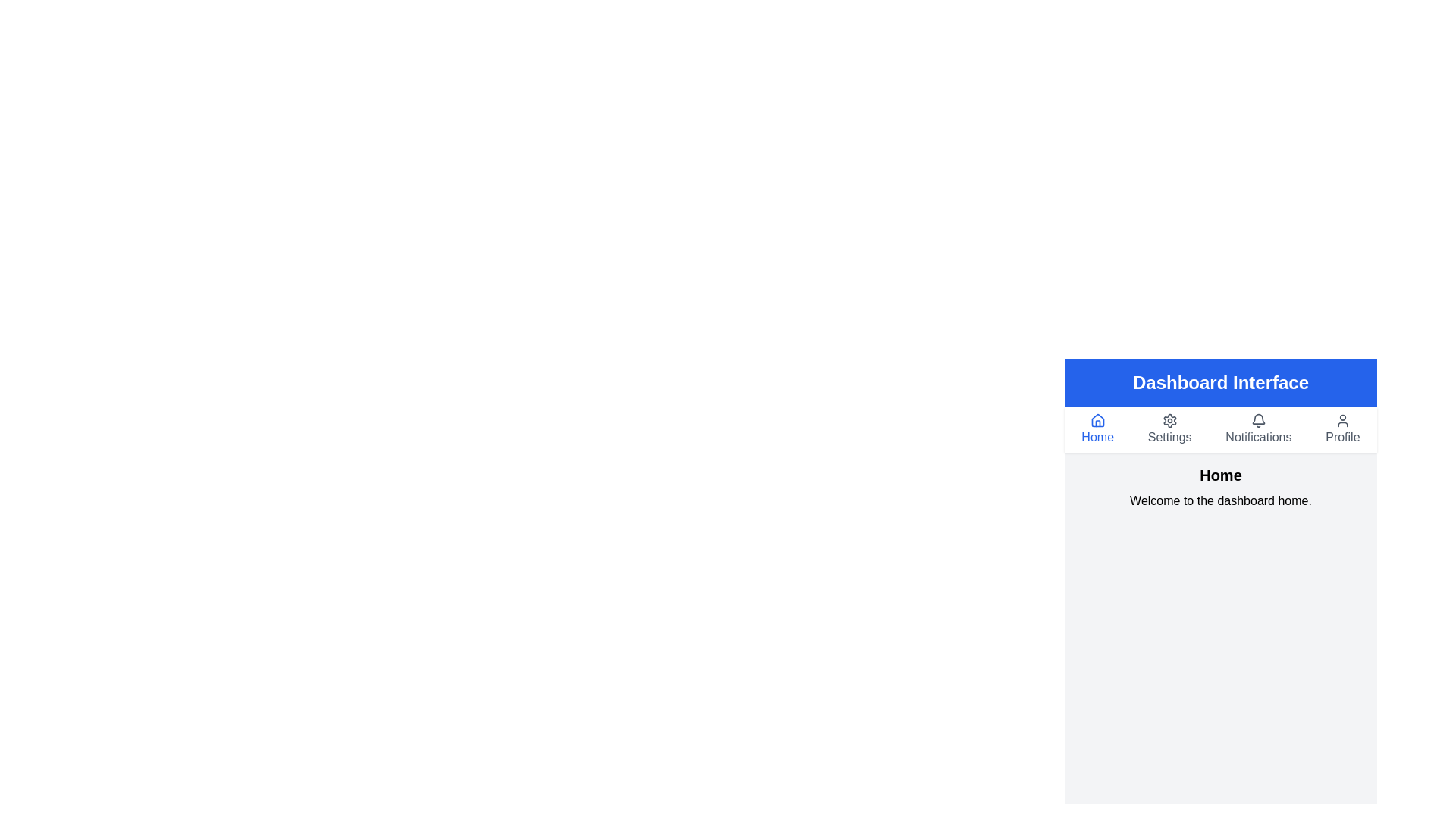 The width and height of the screenshot is (1456, 819). Describe the element at coordinates (1097, 430) in the screenshot. I see `the 'Home' navigation button, which is styled in blue and features a house icon above the label 'Home'` at that location.